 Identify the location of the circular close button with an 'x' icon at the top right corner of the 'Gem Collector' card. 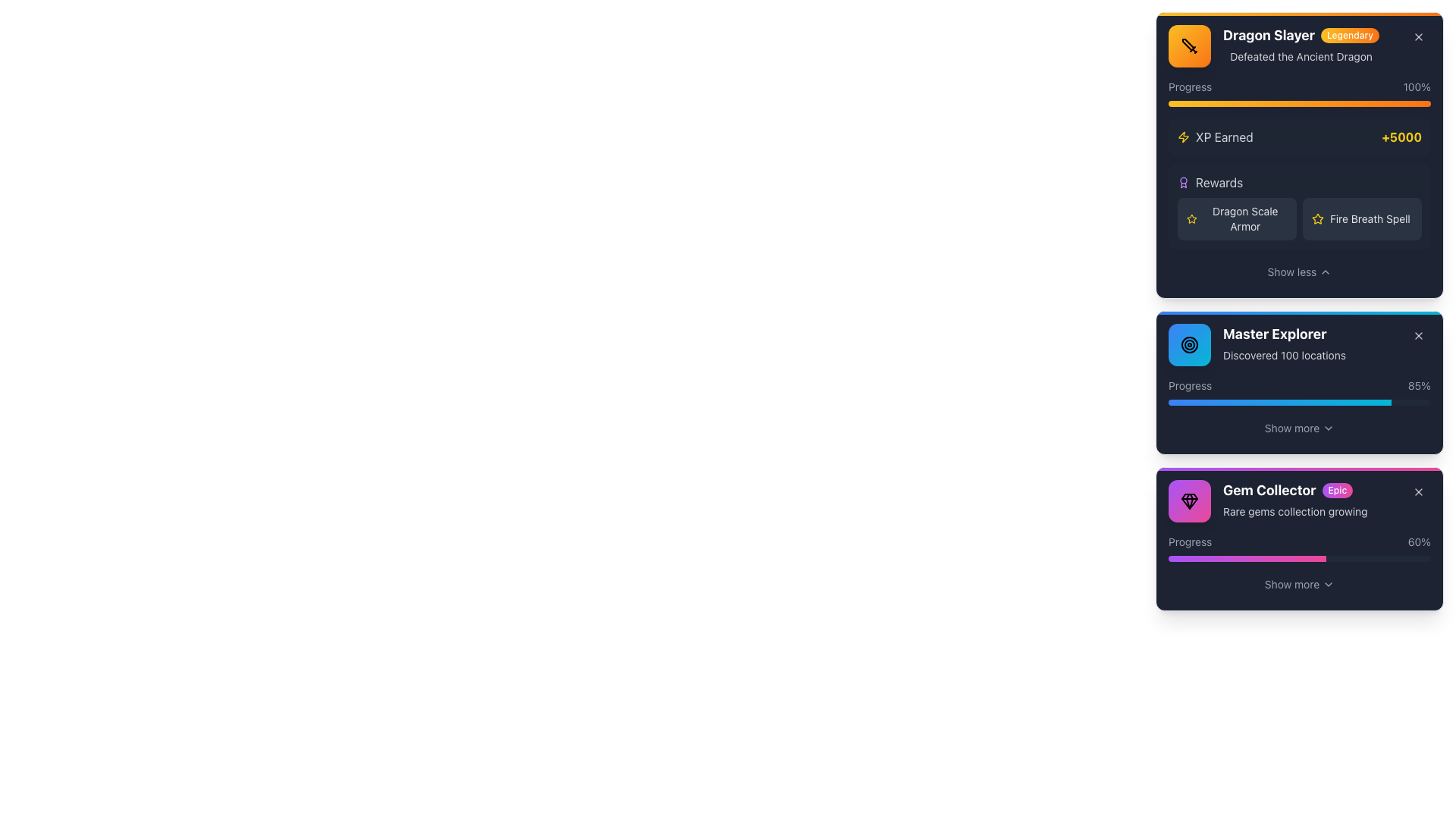
(1418, 491).